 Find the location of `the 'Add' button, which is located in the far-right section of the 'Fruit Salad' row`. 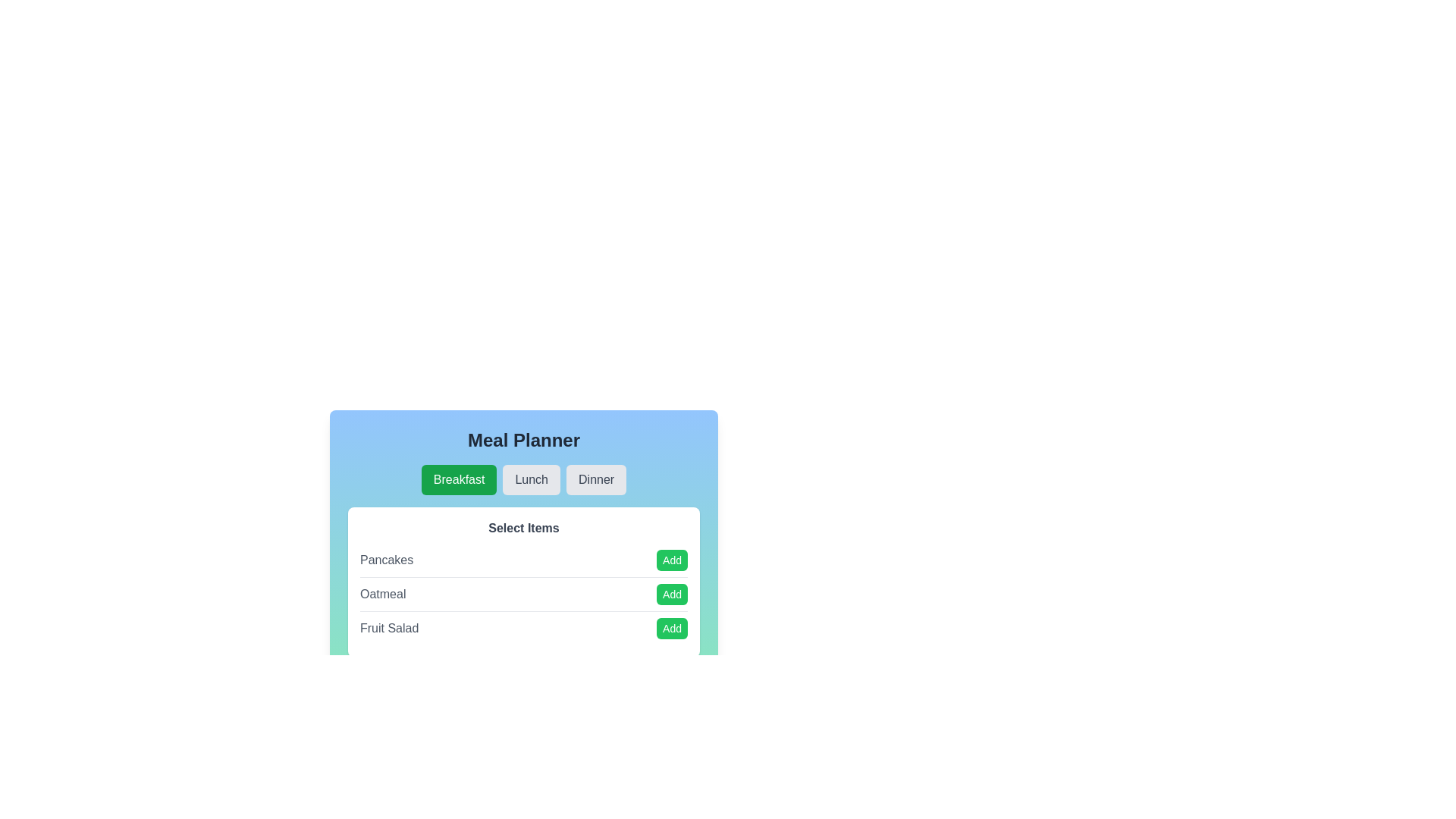

the 'Add' button, which is located in the far-right section of the 'Fruit Salad' row is located at coordinates (671, 629).